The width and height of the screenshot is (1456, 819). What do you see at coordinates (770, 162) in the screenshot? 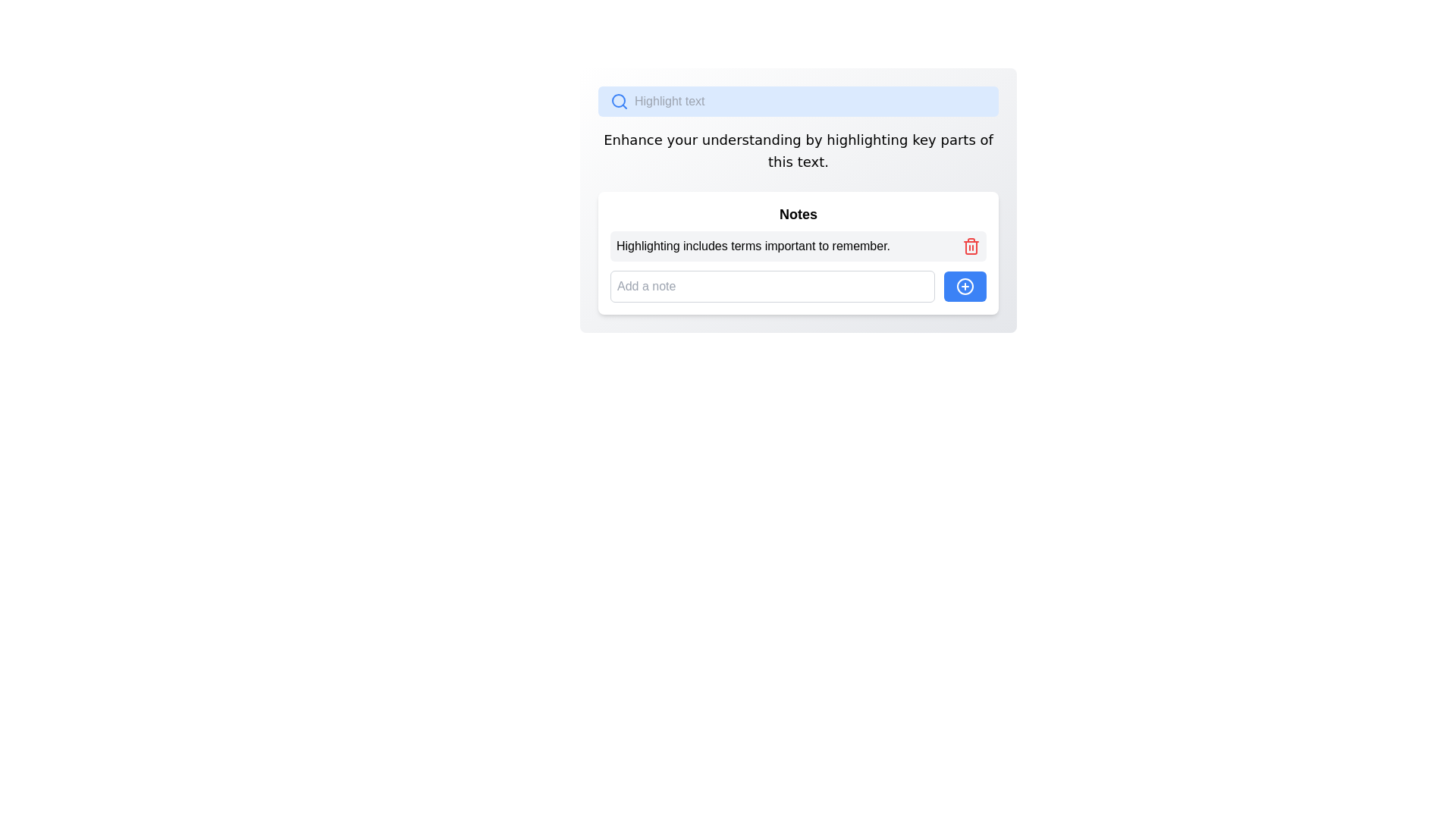
I see `the lowercase 't' character in the text 'Enhance your understanding by highlighting key parts of this text.' which is located at the 67th position within the paragraph` at bounding box center [770, 162].